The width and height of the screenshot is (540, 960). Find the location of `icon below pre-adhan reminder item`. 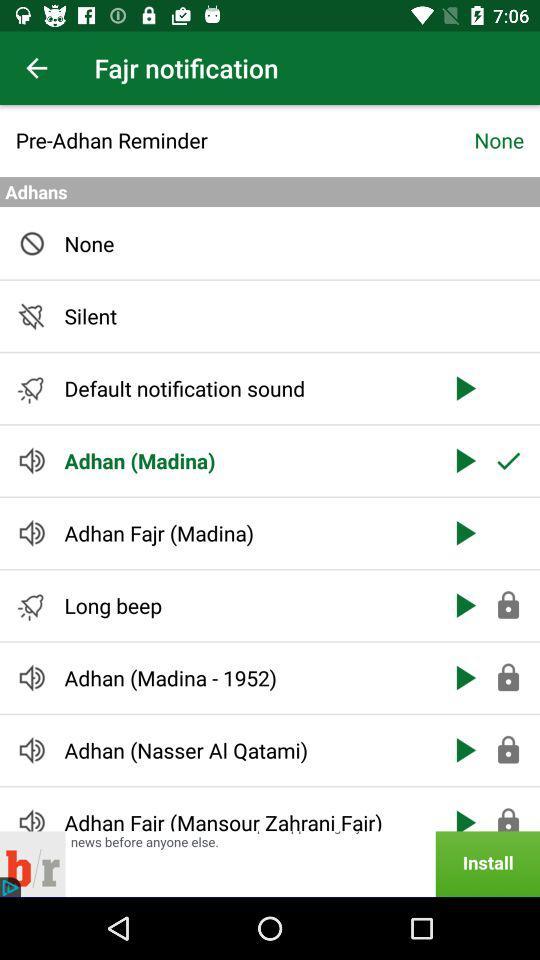

icon below pre-adhan reminder item is located at coordinates (270, 192).